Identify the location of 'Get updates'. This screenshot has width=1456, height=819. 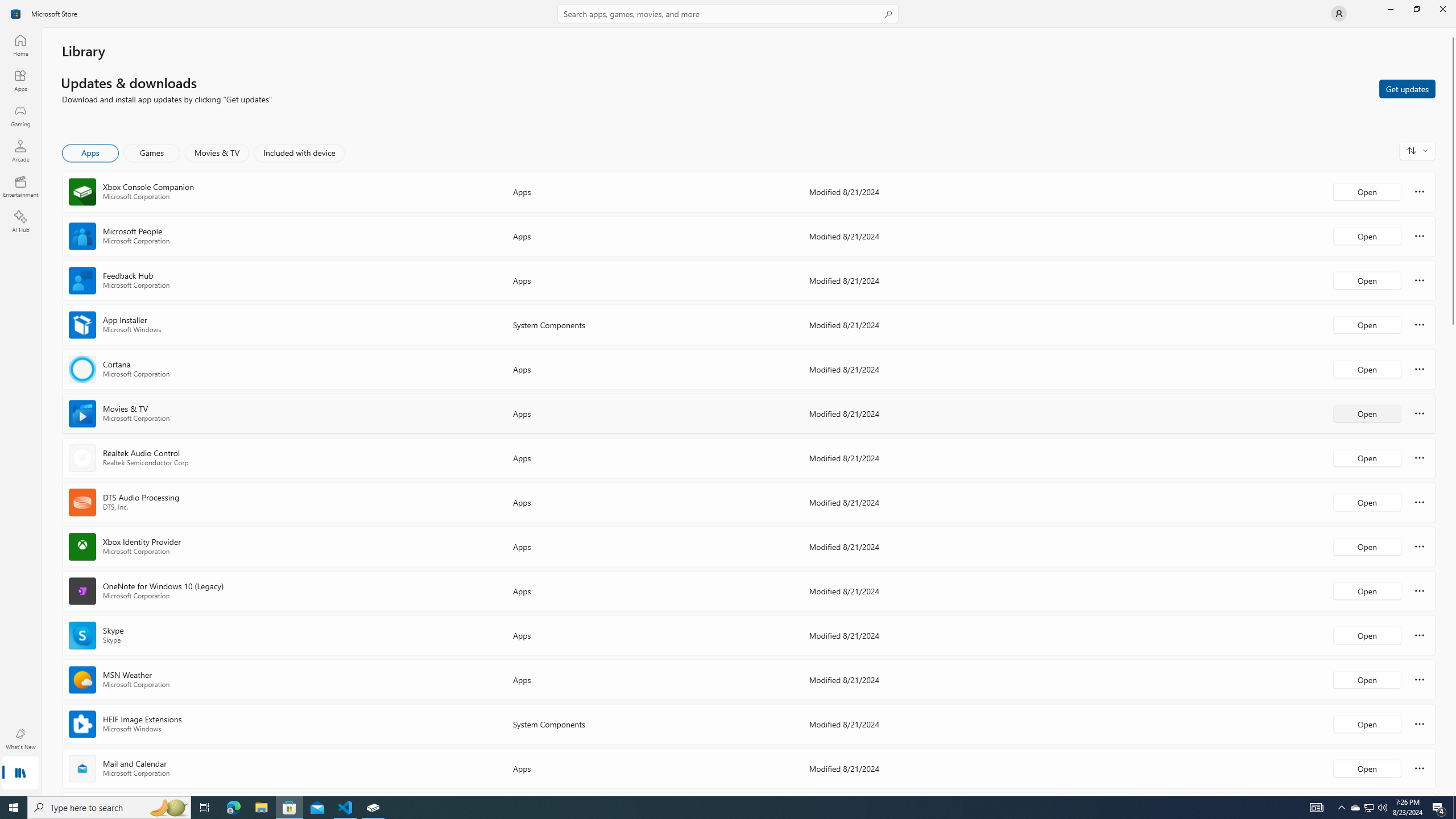
(1407, 88).